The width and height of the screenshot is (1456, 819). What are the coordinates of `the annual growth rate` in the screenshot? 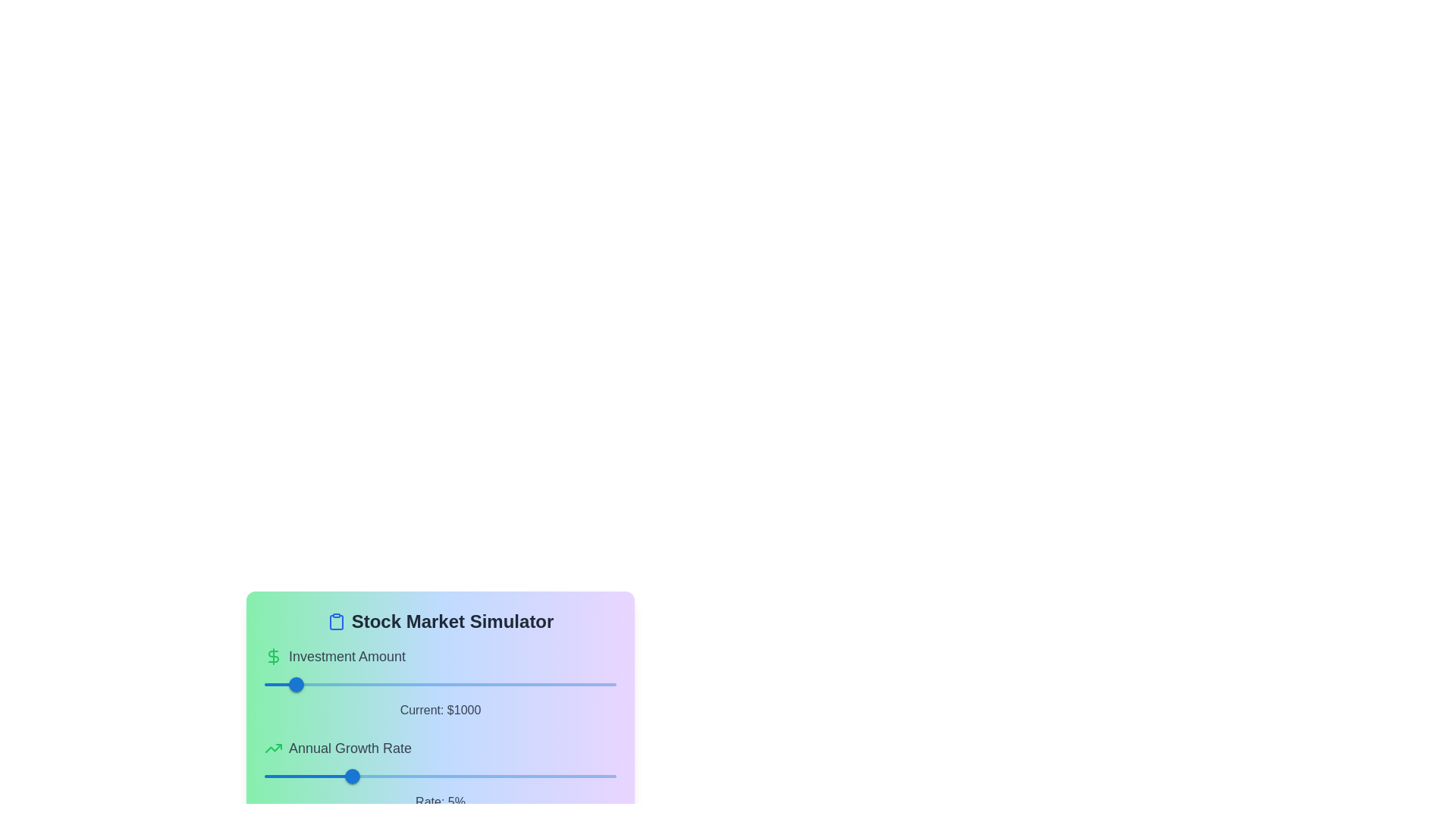 It's located at (556, 776).